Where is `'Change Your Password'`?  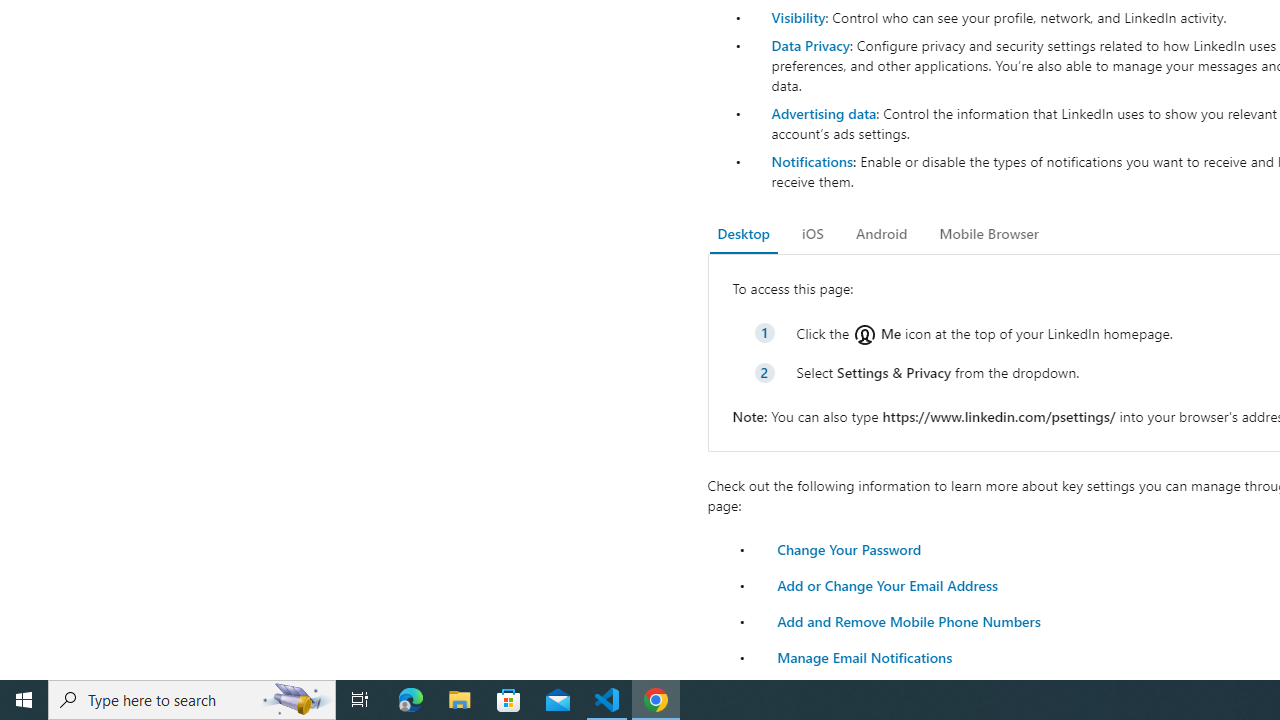
'Change Your Password' is located at coordinates (849, 549).